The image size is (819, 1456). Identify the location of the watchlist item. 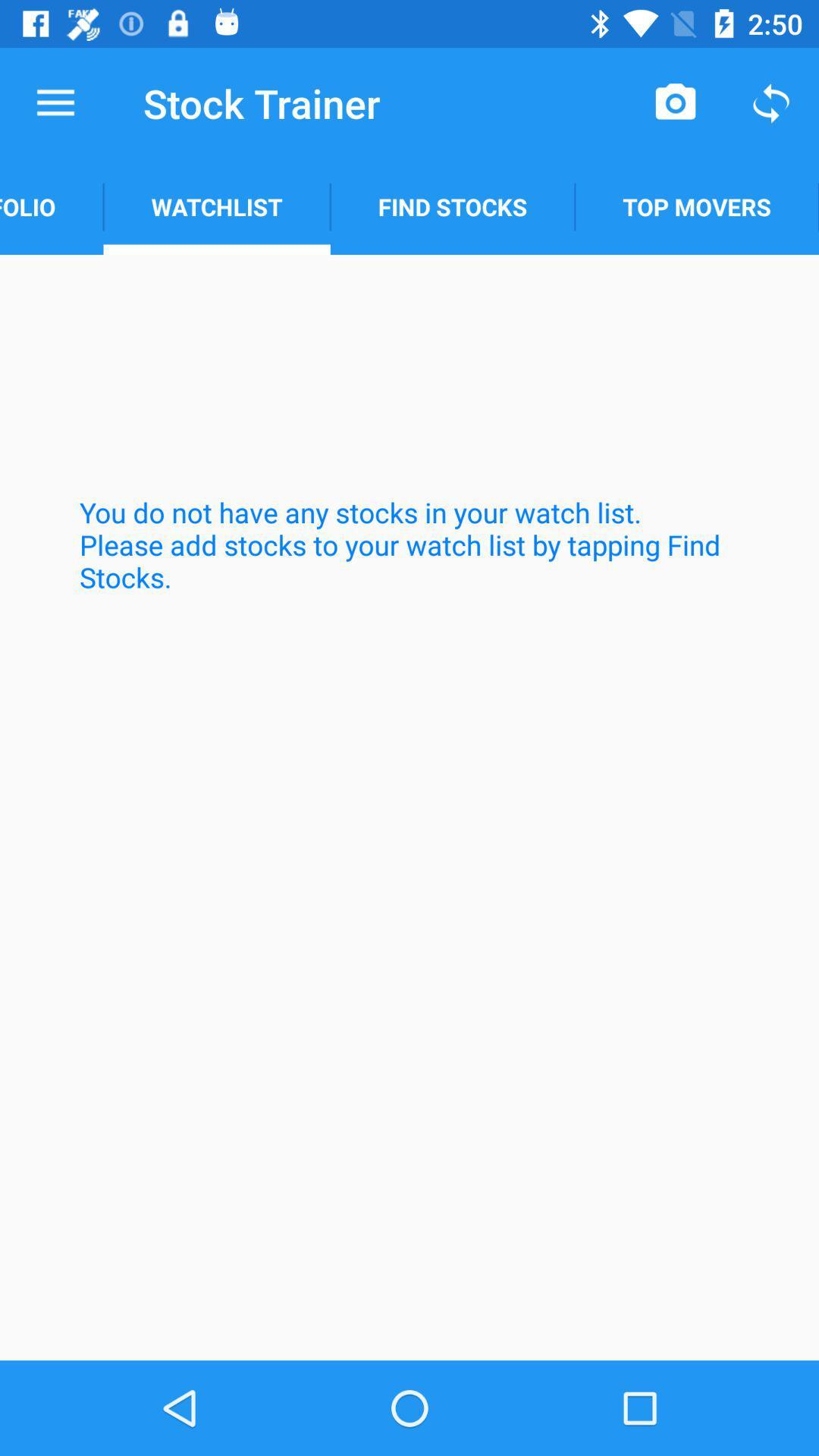
(217, 206).